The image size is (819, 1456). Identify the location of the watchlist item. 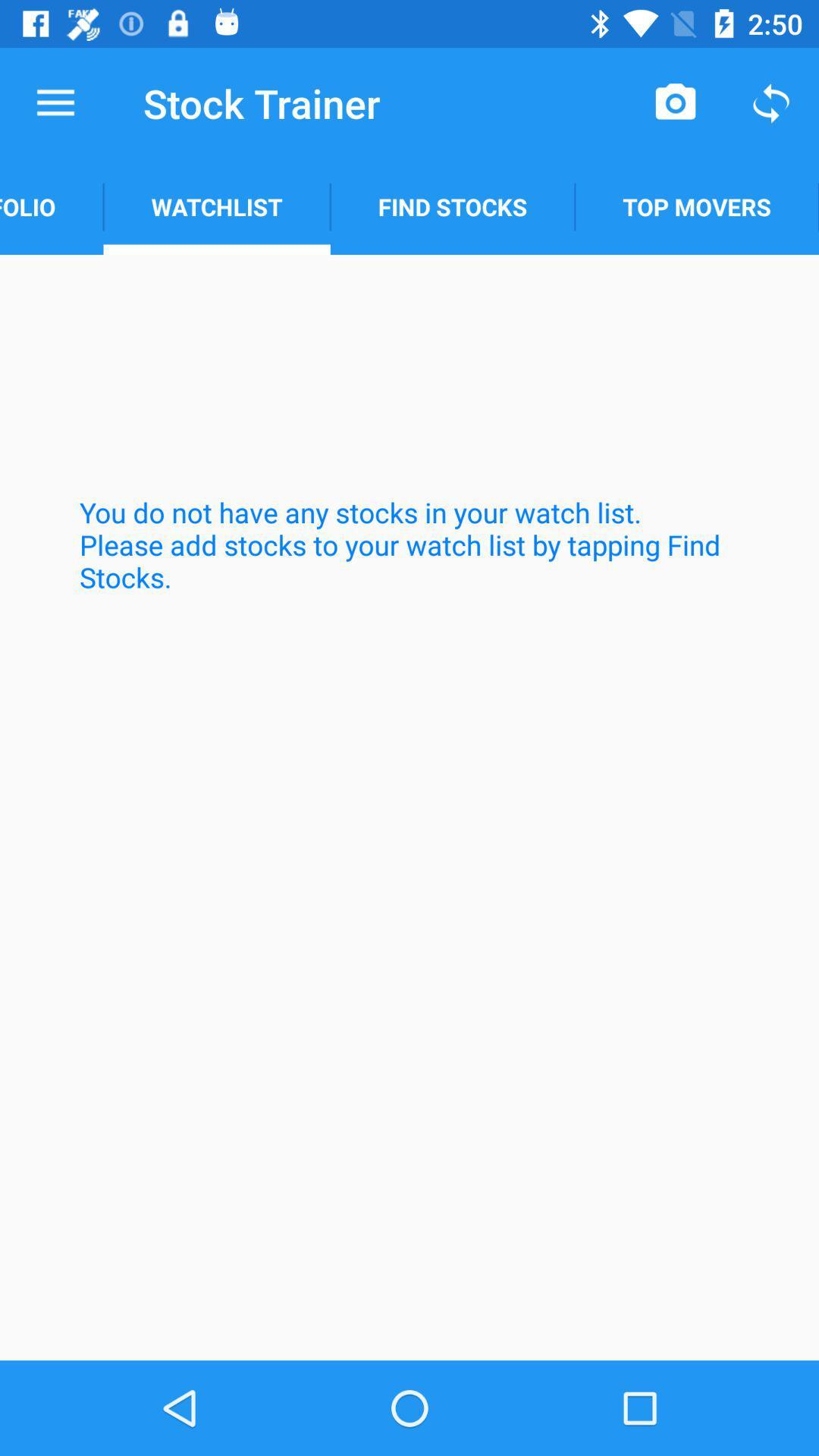
(217, 206).